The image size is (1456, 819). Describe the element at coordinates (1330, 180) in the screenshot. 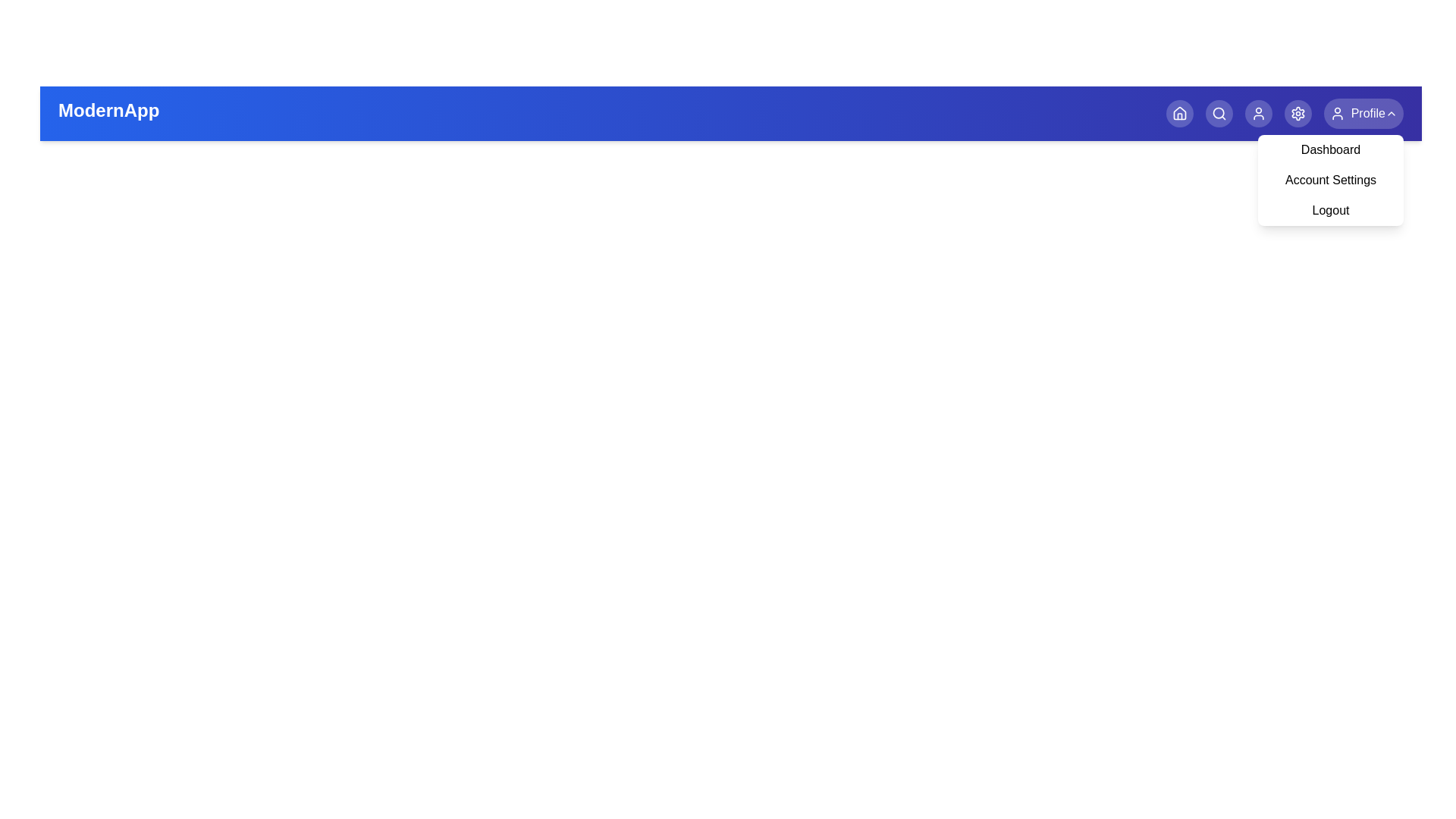

I see `the 'Account Settings' option from the Profile menu` at that location.